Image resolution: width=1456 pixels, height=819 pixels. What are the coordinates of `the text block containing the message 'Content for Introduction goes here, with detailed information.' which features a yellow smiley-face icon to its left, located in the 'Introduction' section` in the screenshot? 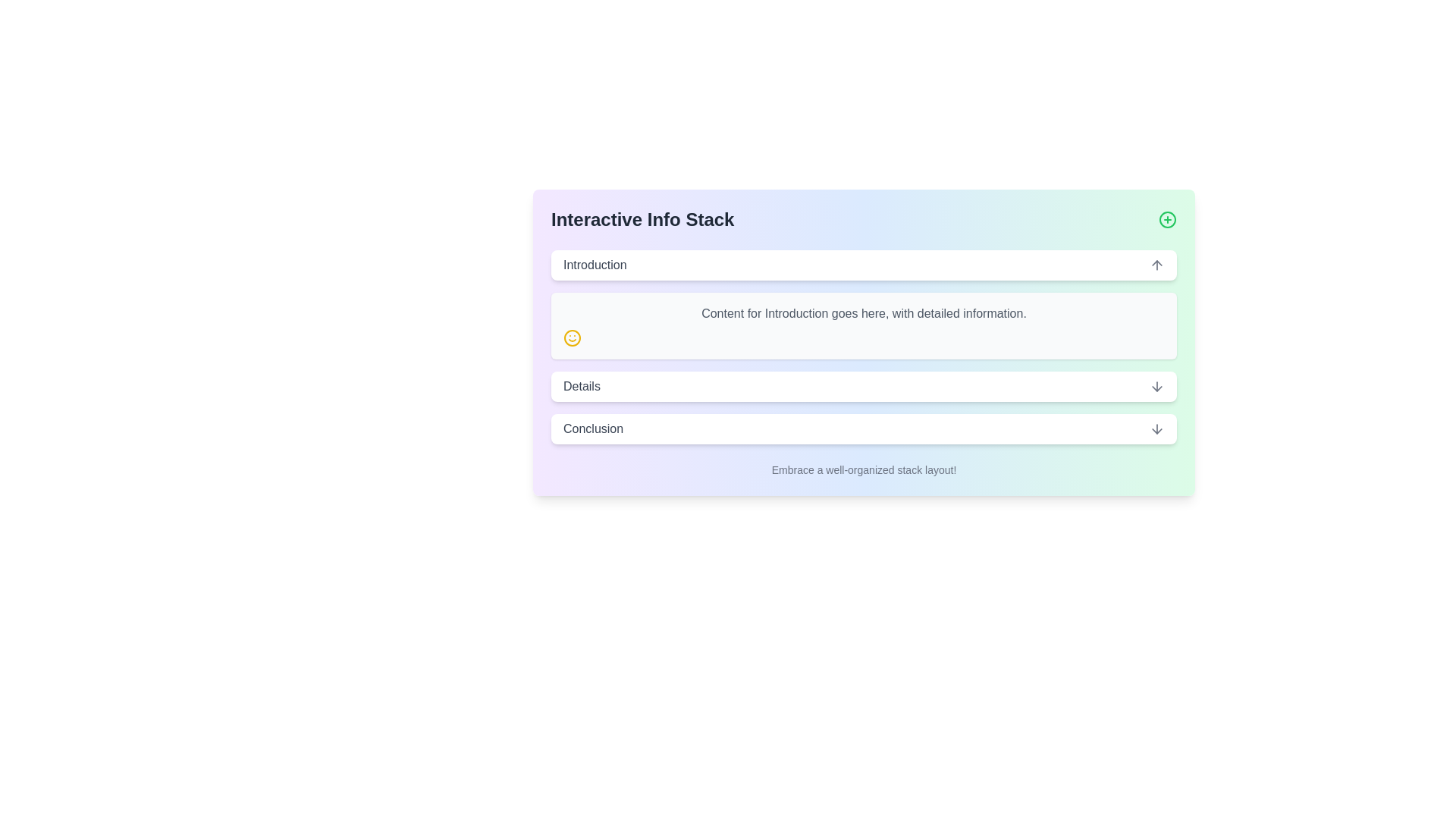 It's located at (864, 304).